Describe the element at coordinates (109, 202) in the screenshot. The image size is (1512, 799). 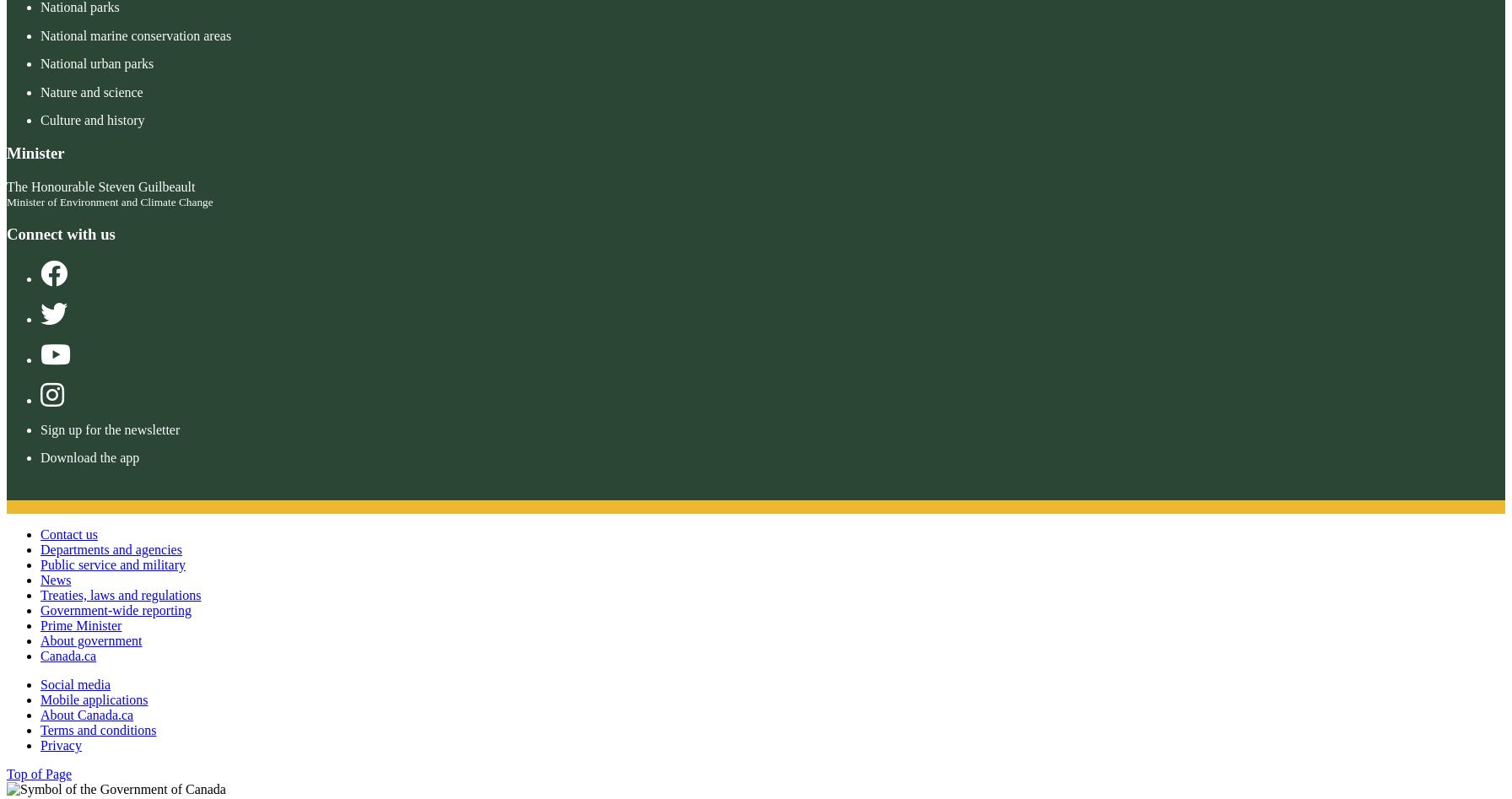
I see `'Minister of Environment and Climate Change'` at that location.